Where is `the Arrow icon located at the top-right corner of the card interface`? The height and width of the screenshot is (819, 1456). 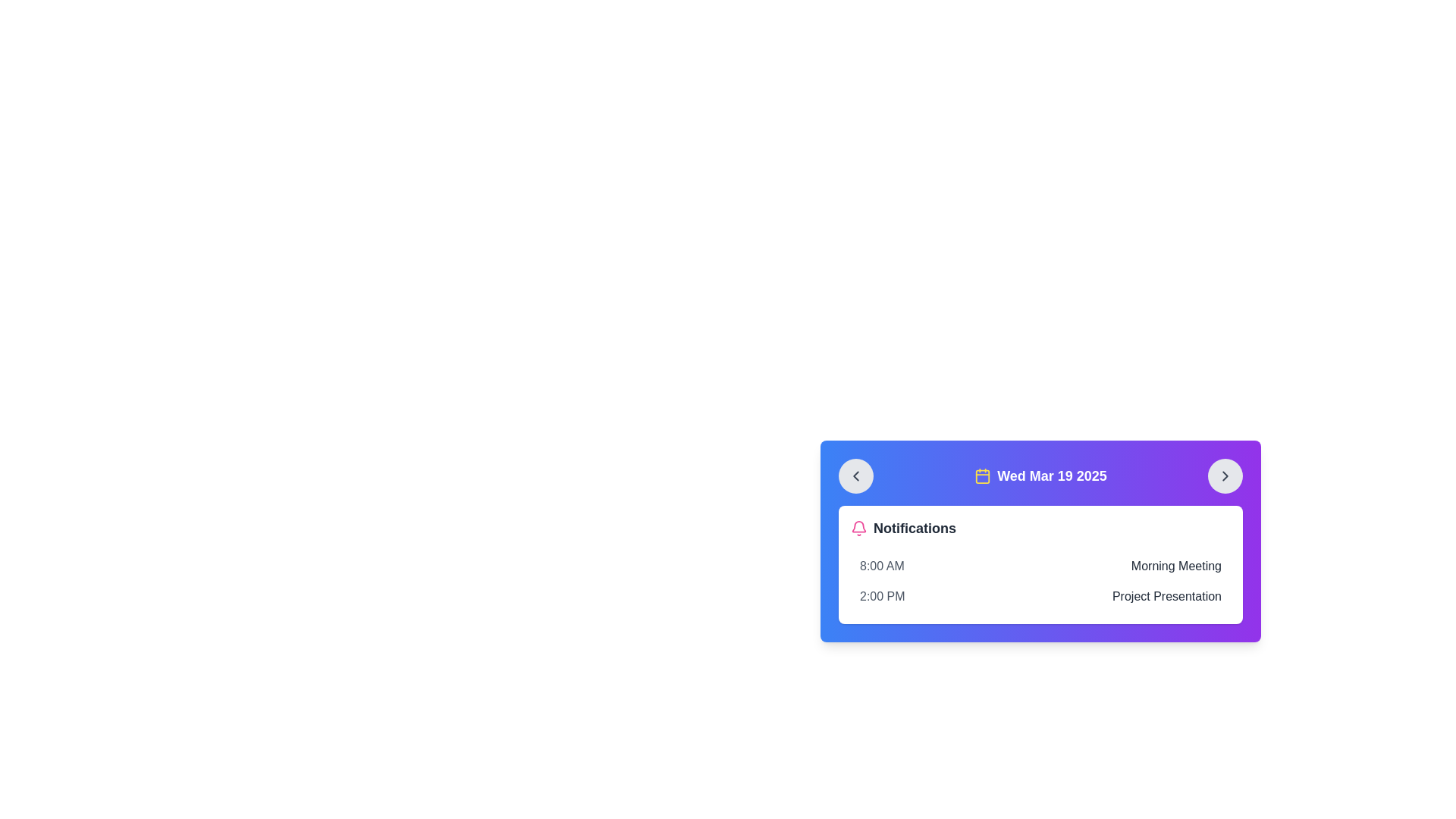 the Arrow icon located at the top-right corner of the card interface is located at coordinates (855, 475).